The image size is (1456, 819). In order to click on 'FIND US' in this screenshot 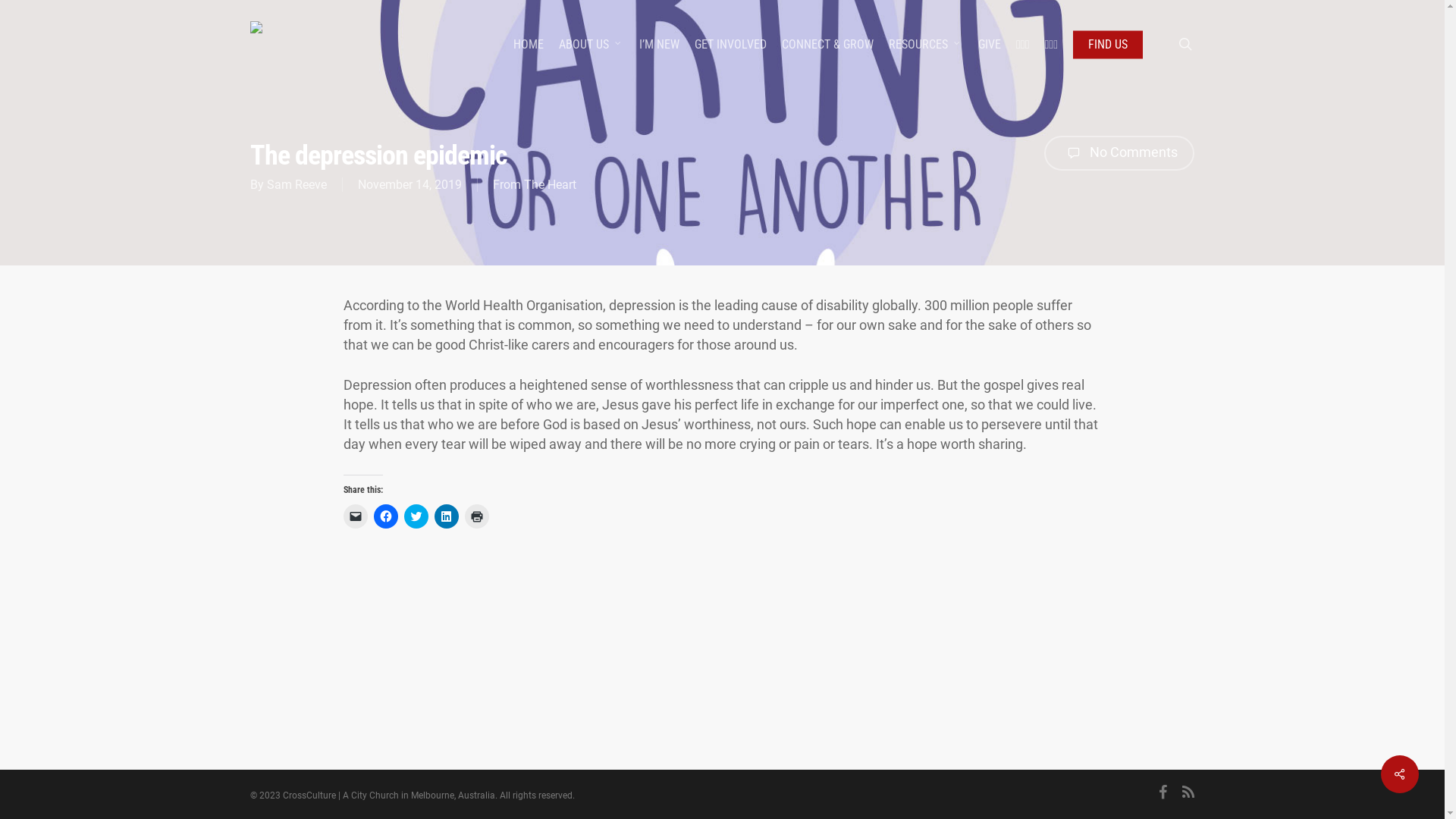, I will do `click(1072, 42)`.